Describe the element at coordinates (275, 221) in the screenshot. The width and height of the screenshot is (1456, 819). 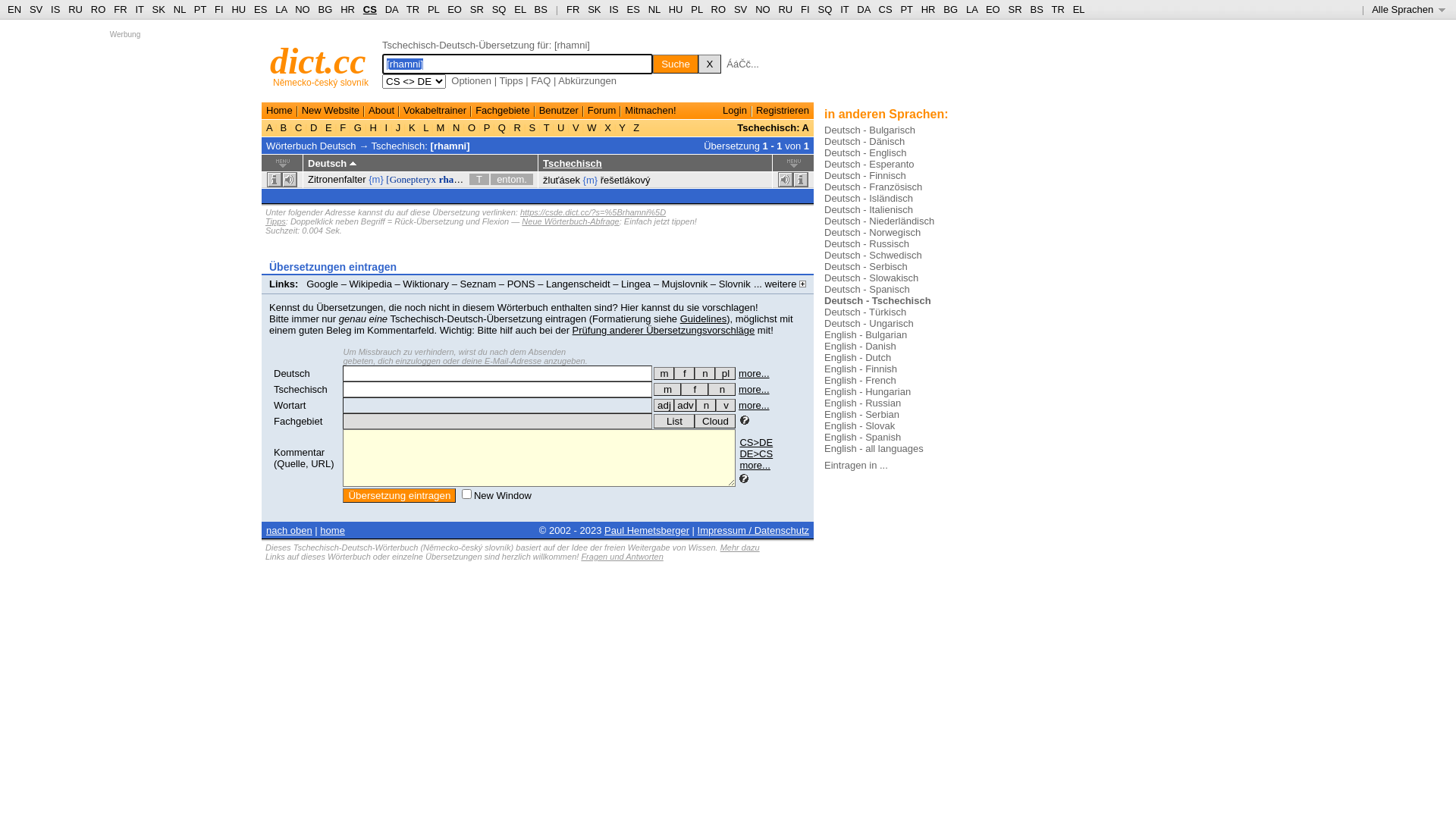
I see `'Tipps'` at that location.